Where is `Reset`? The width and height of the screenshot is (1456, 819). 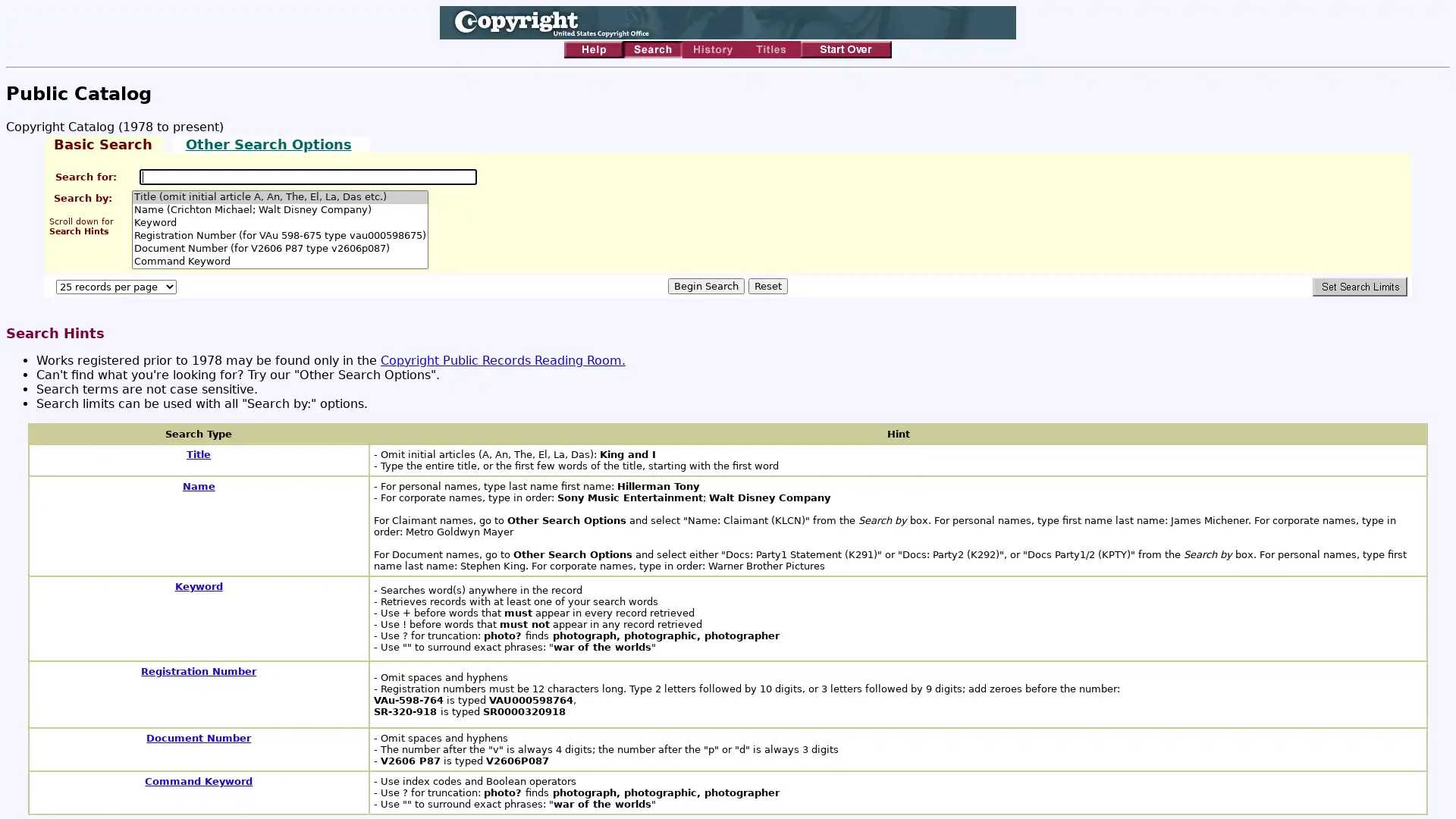 Reset is located at coordinates (767, 286).